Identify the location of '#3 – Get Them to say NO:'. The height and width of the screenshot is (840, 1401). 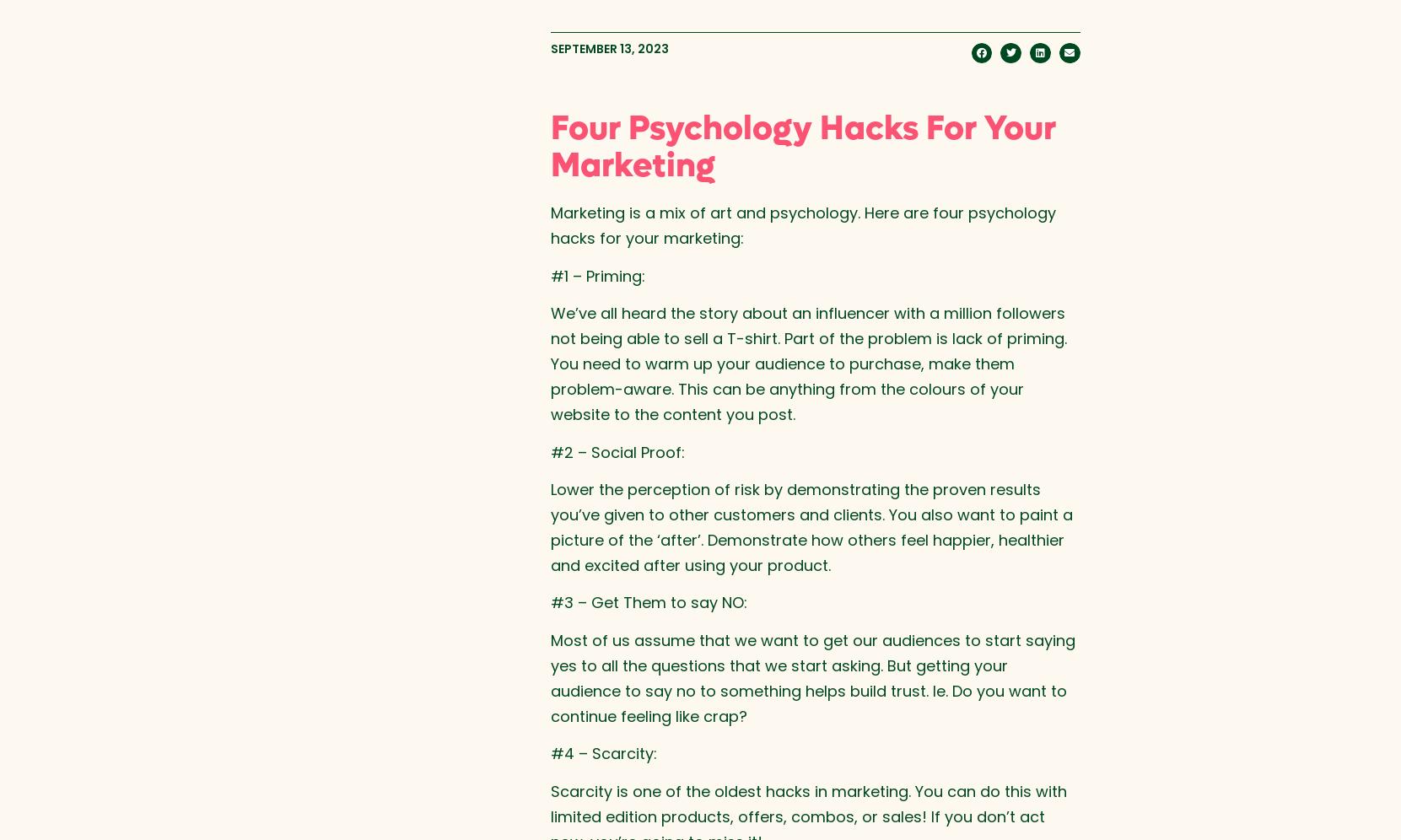
(647, 601).